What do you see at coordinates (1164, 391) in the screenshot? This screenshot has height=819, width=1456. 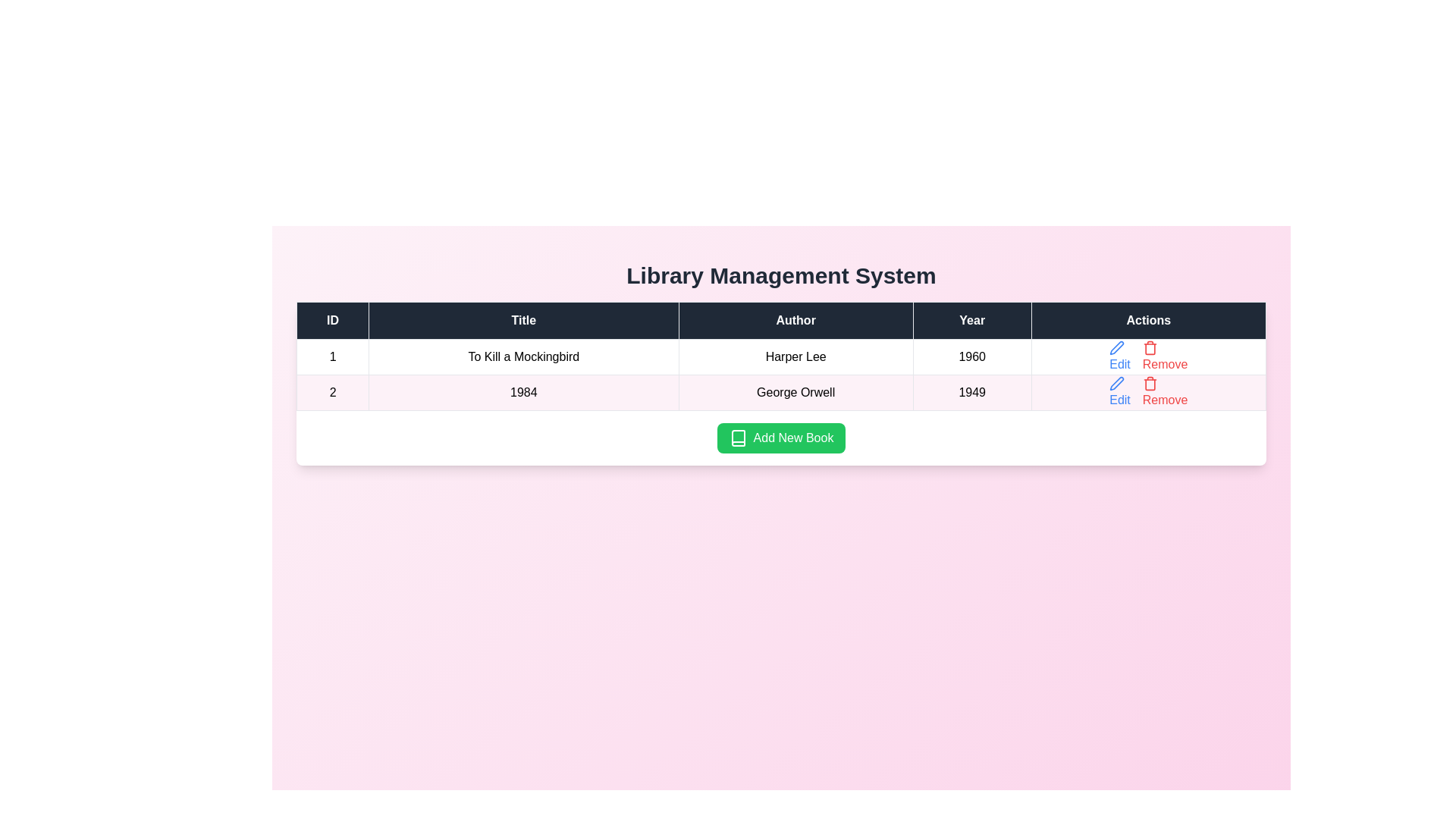 I see `the 'Remove' button, which is a red text button with a trash can icon, located` at bounding box center [1164, 391].